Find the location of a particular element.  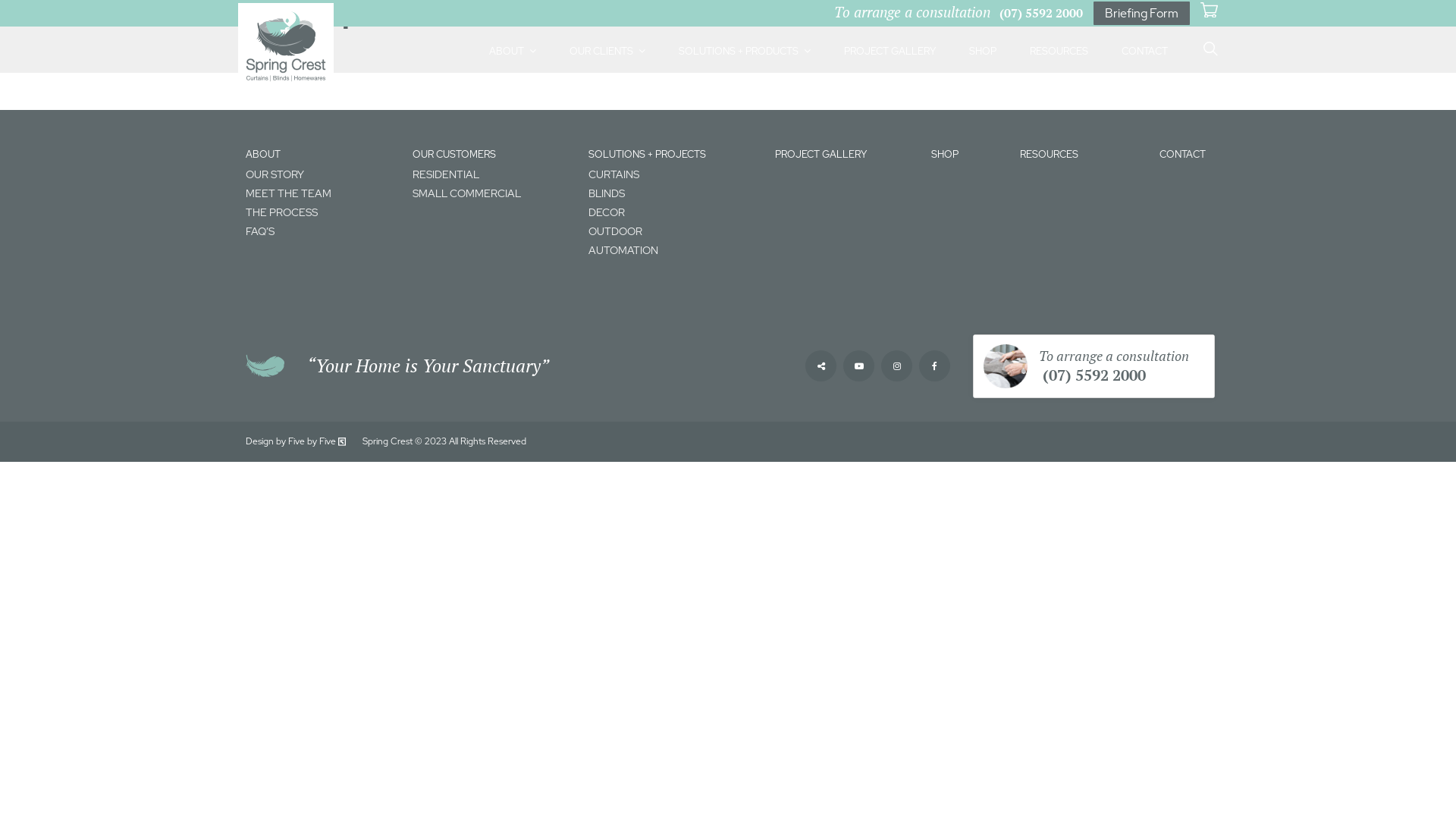

'OUTDOOR' is located at coordinates (673, 231).